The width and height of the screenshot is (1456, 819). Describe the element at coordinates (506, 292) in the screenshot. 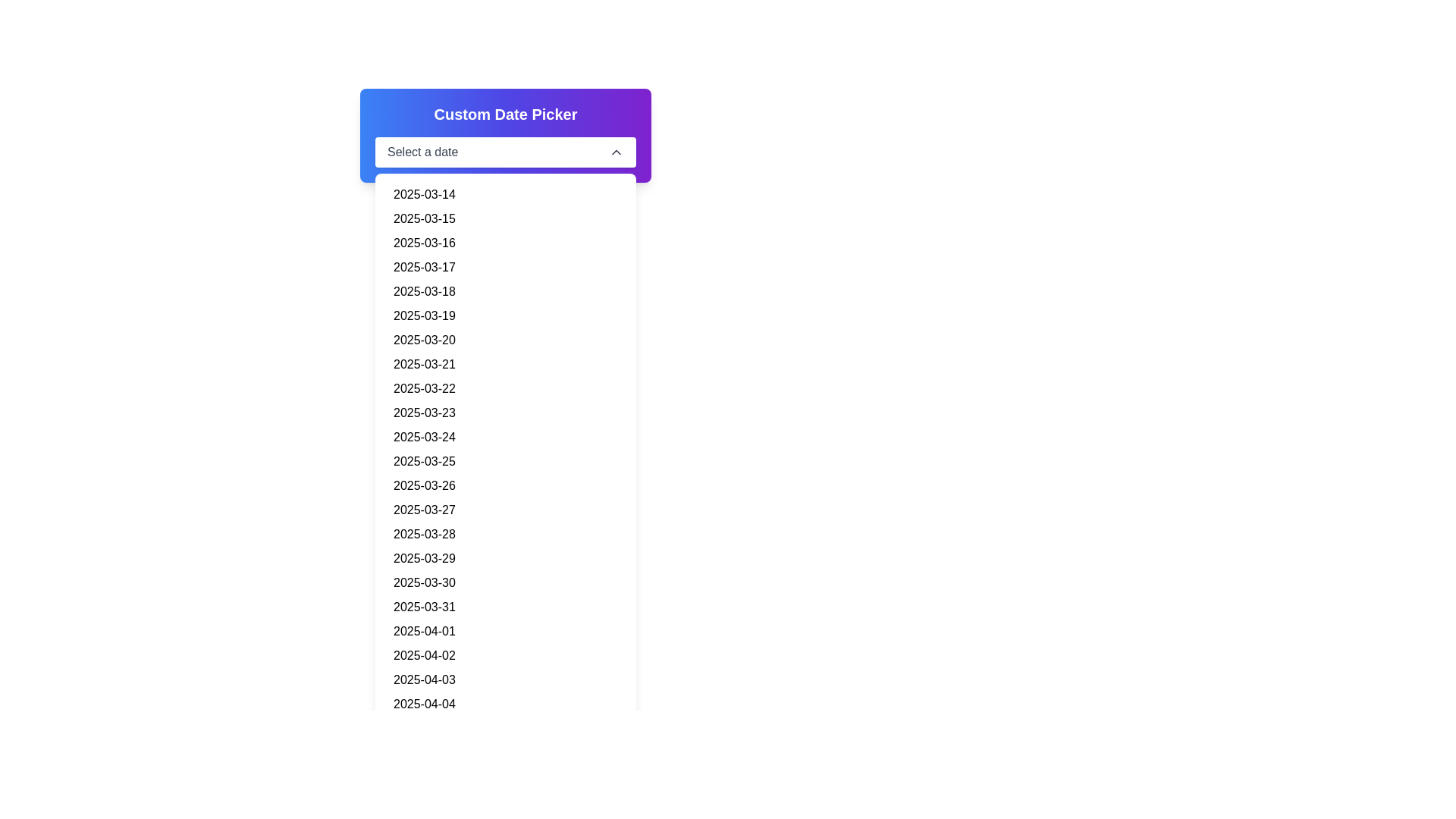

I see `the fifth date entry button in the dropdown menu` at that location.